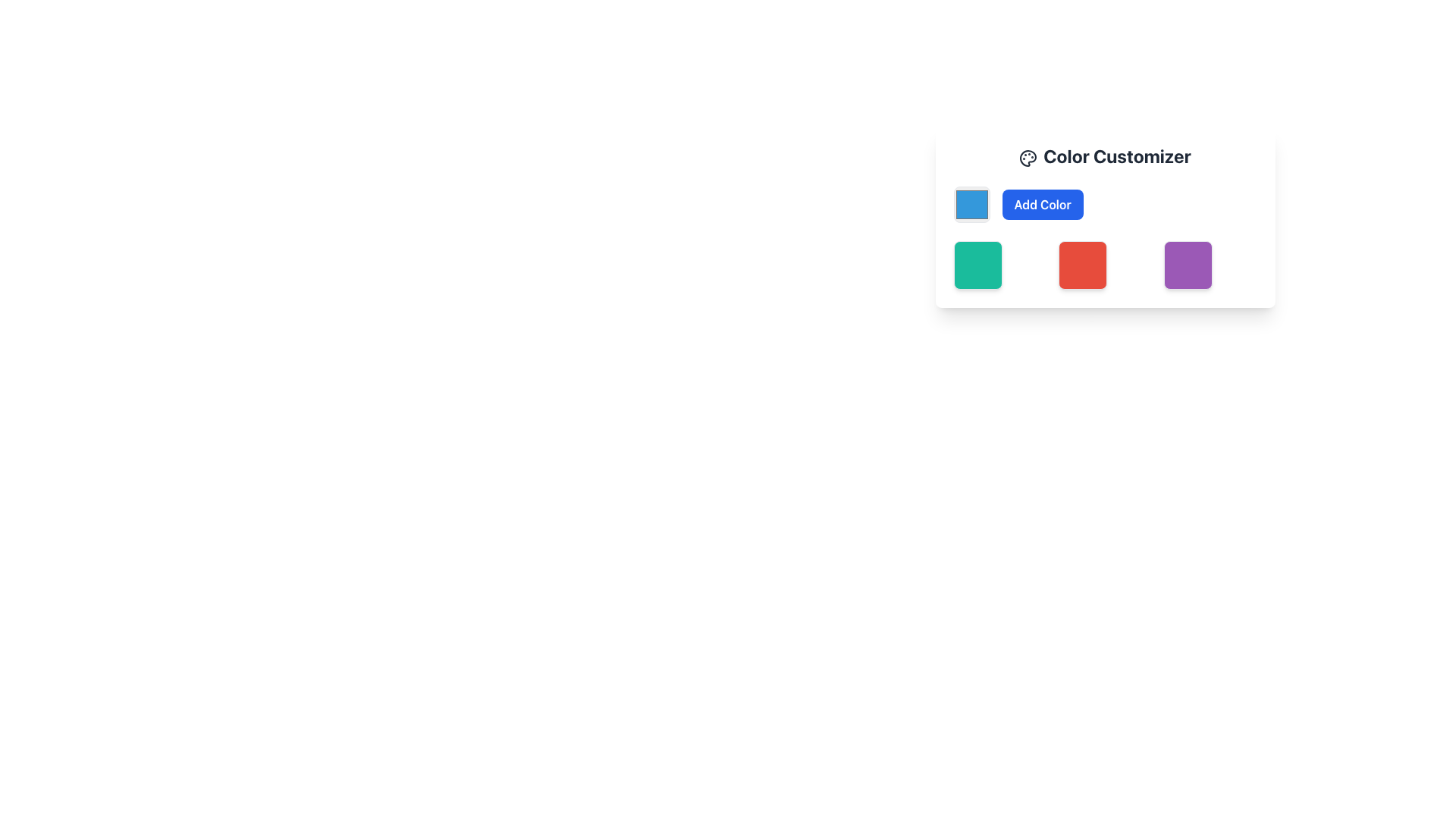 The image size is (1456, 819). What do you see at coordinates (1105, 265) in the screenshot?
I see `the red square in the Color Customizer grid` at bounding box center [1105, 265].